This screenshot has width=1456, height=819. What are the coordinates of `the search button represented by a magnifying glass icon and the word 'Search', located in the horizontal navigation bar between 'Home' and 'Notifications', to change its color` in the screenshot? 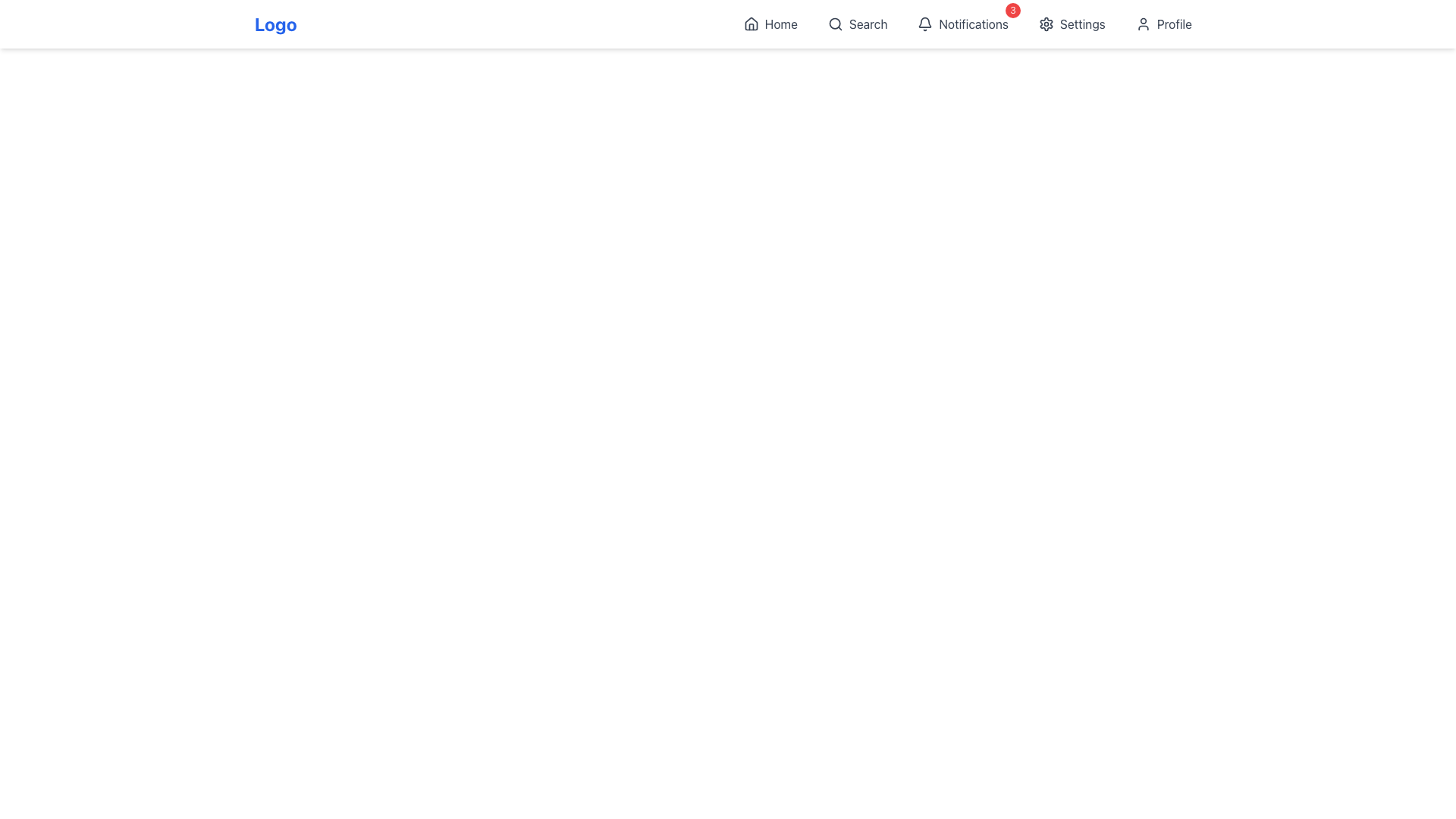 It's located at (858, 24).